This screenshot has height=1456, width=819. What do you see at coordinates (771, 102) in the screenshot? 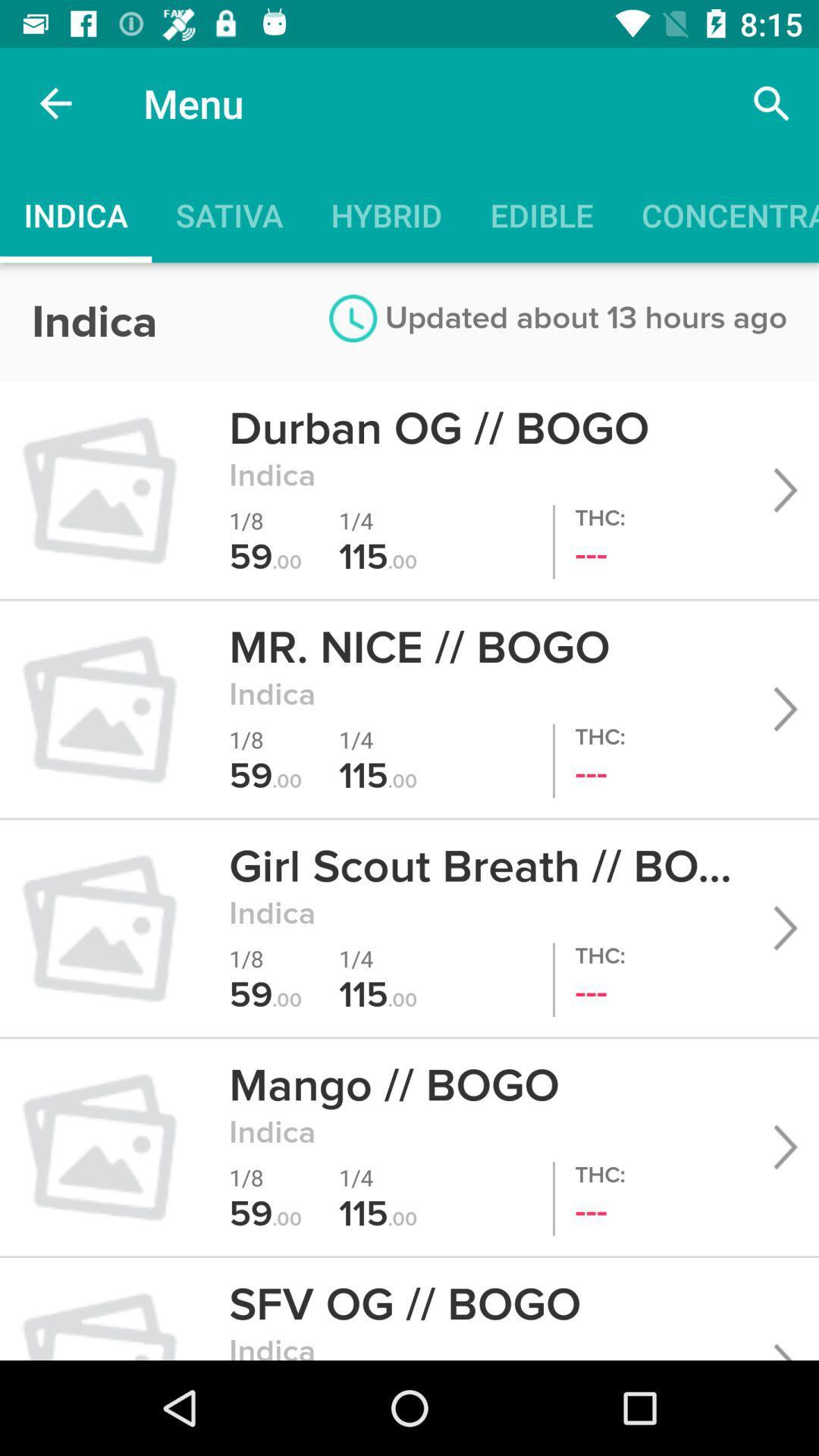
I see `the icon to the right of menu` at bounding box center [771, 102].